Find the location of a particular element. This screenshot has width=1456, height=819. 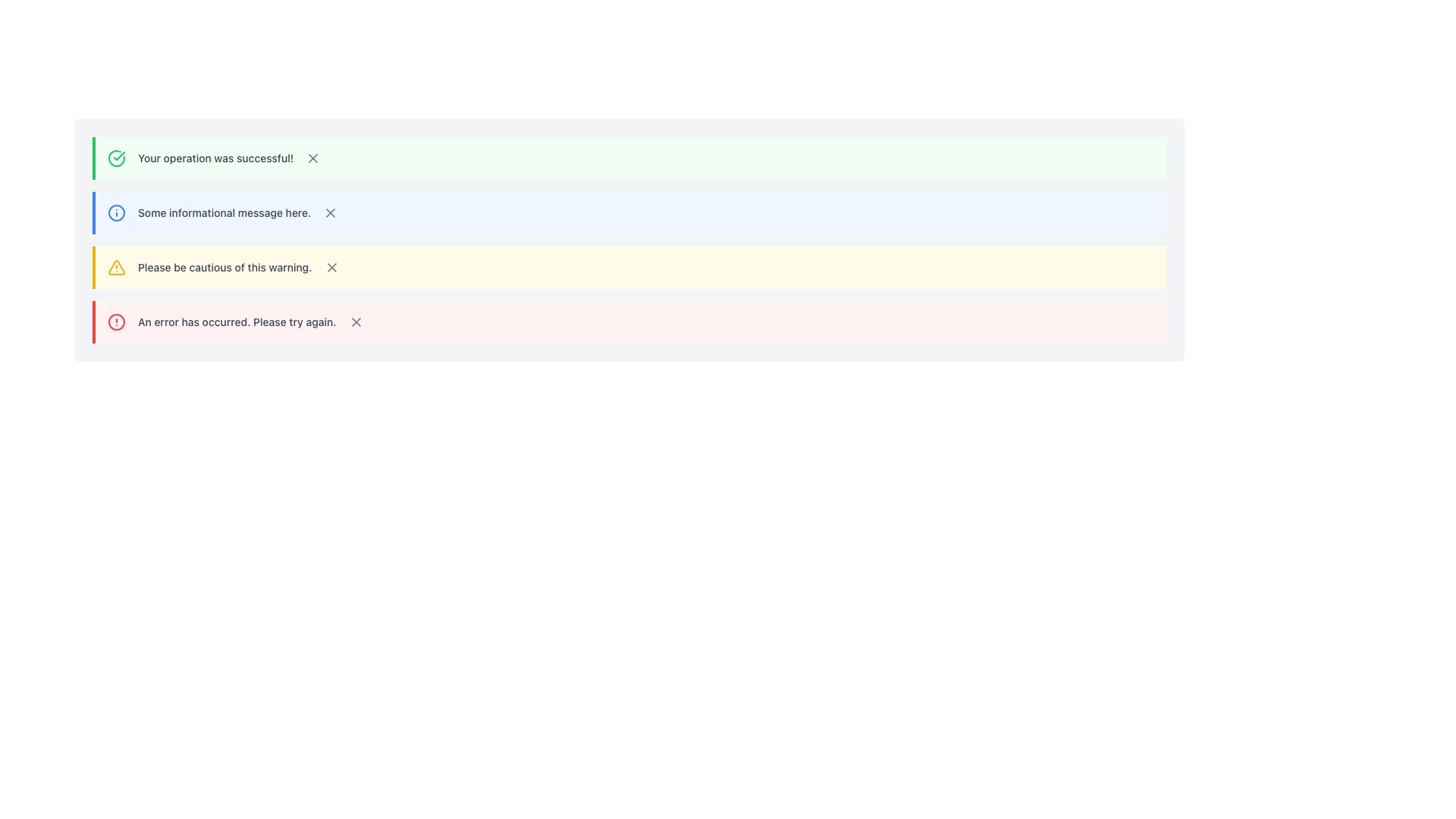

the green checkmark icon that symbolizes a successful operation, located in the first notification bar labeled 'Your operation was successful!' is located at coordinates (118, 155).